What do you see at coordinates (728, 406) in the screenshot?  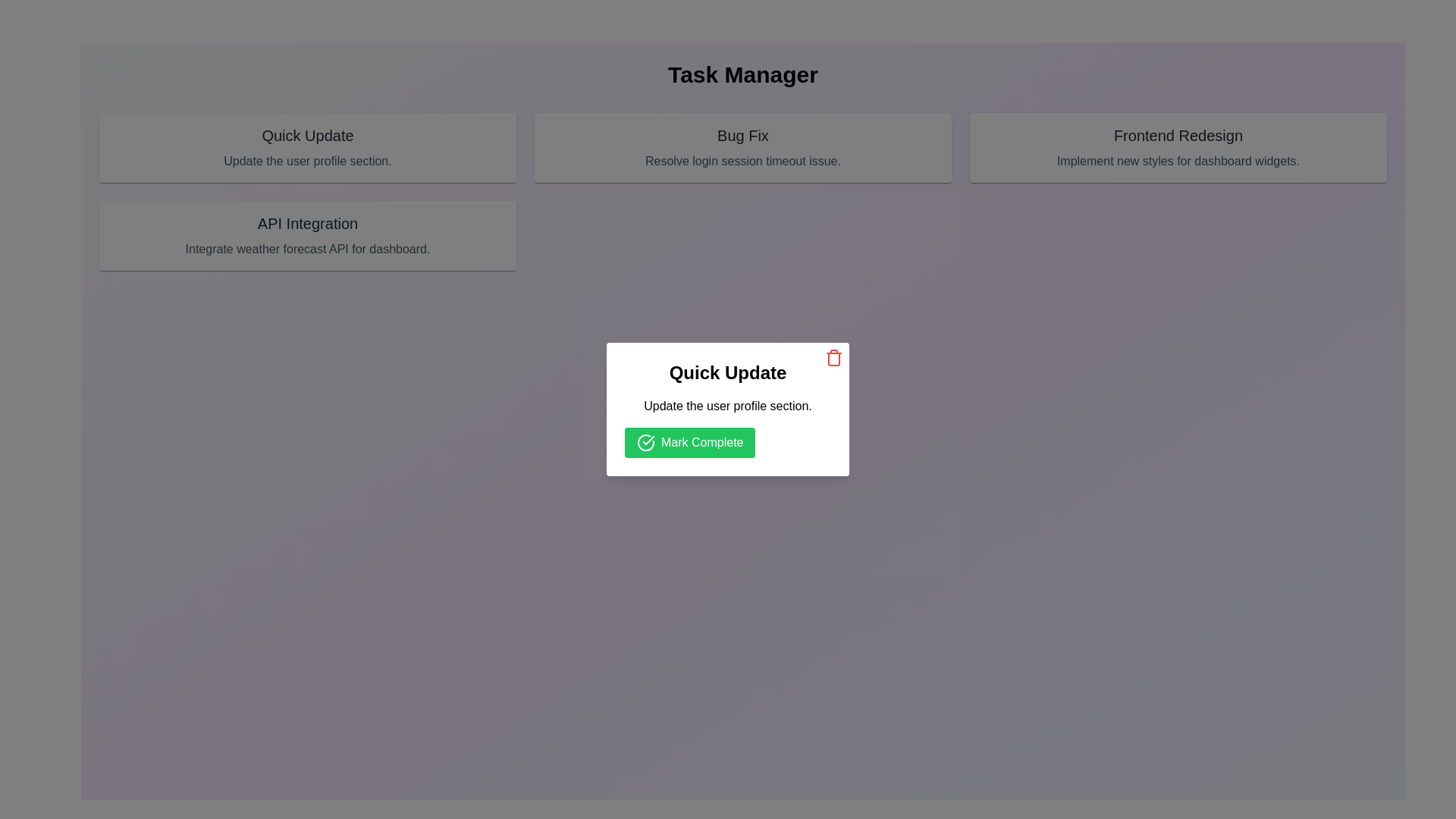 I see `the text element displaying static content that provides instructions related to the quick update action, located between the bolded text 'Quick Update' and the green button labeled 'Mark Complete'` at bounding box center [728, 406].